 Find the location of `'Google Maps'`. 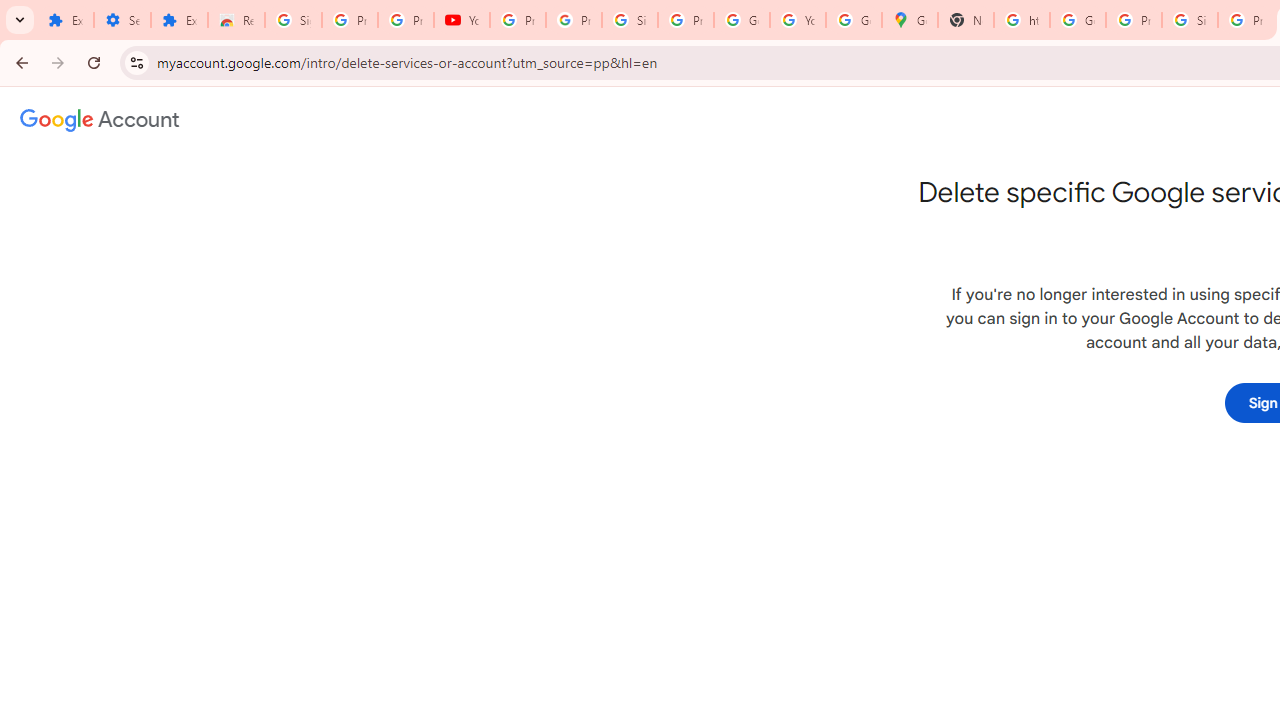

'Google Maps' is located at coordinates (909, 20).